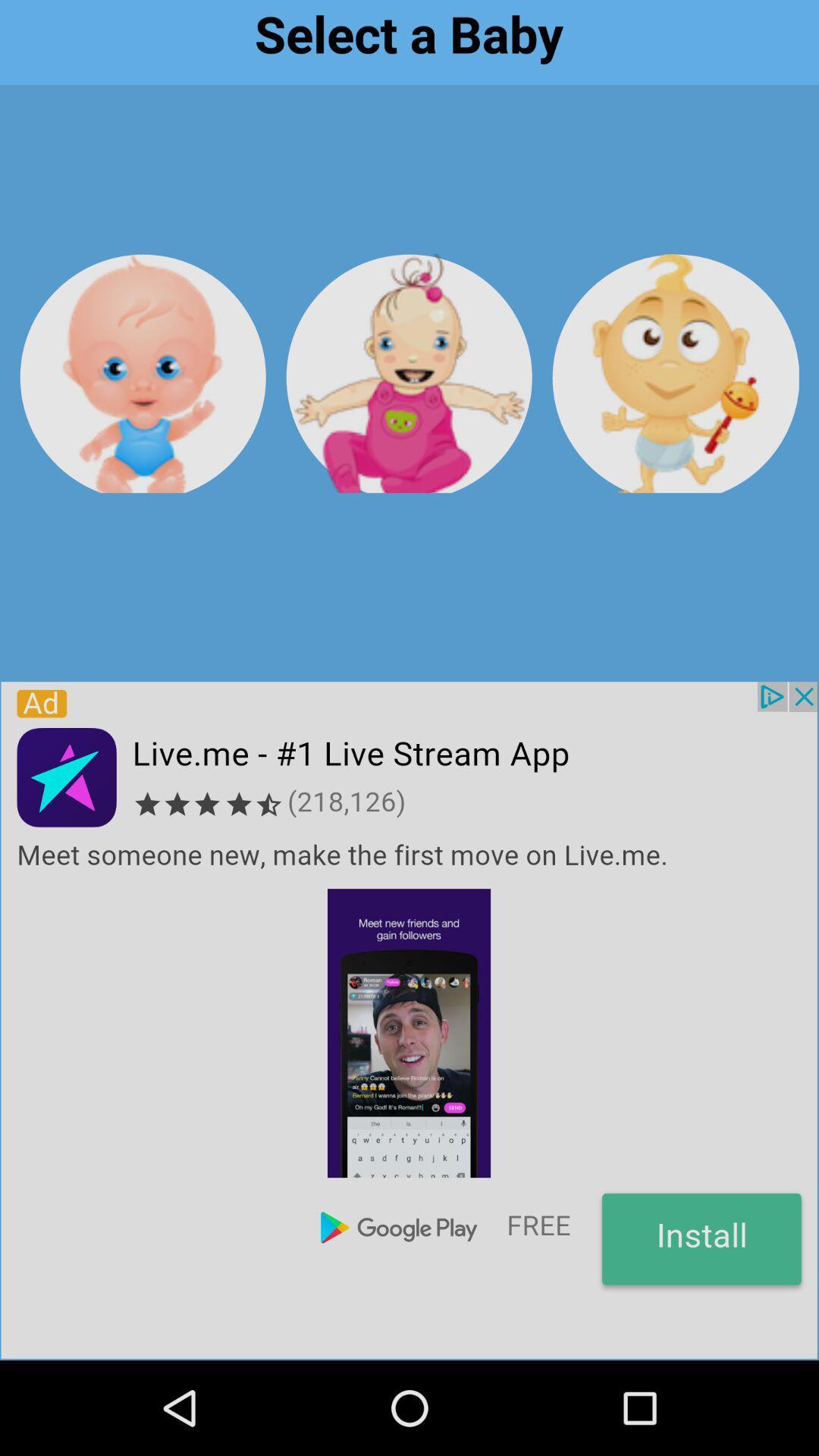 The width and height of the screenshot is (819, 1456). I want to click on 3rd baby, so click(675, 373).